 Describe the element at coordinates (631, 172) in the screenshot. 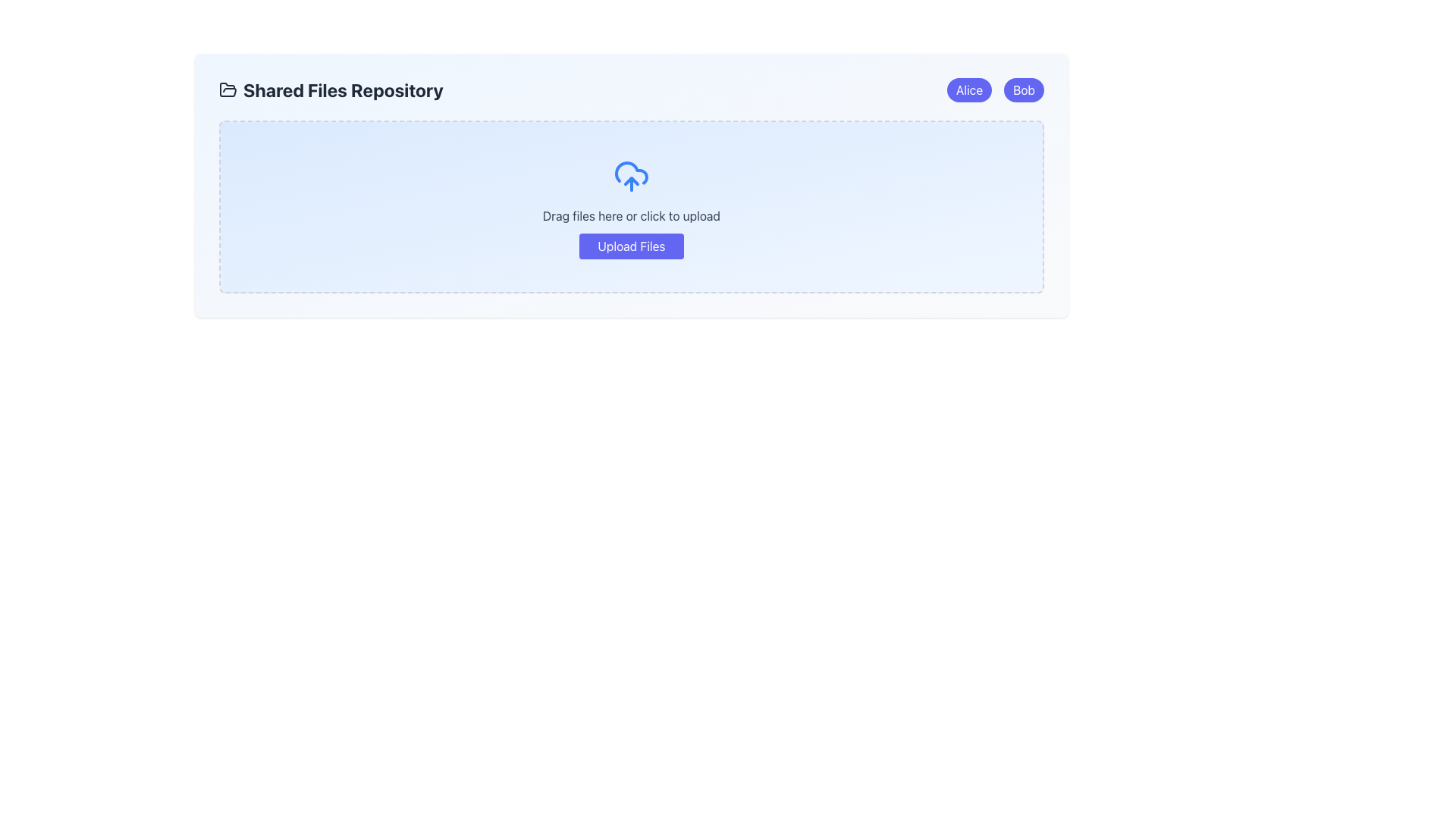

I see `the left side arc of the cloud icon, which is part of a blue outlined cloud on a white background, located within a faintly shaded blue rectangular upload area` at that location.